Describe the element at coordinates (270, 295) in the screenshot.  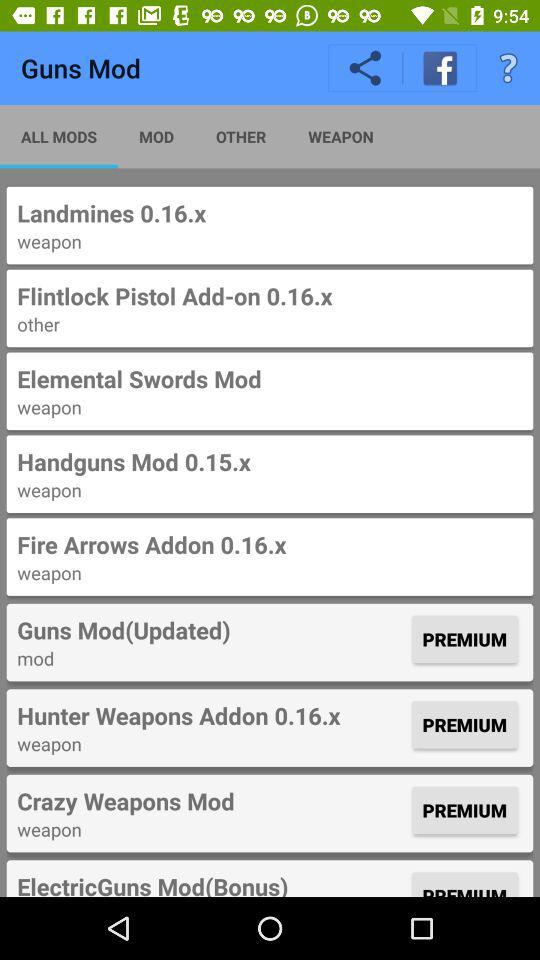
I see `the icon above the other icon` at that location.